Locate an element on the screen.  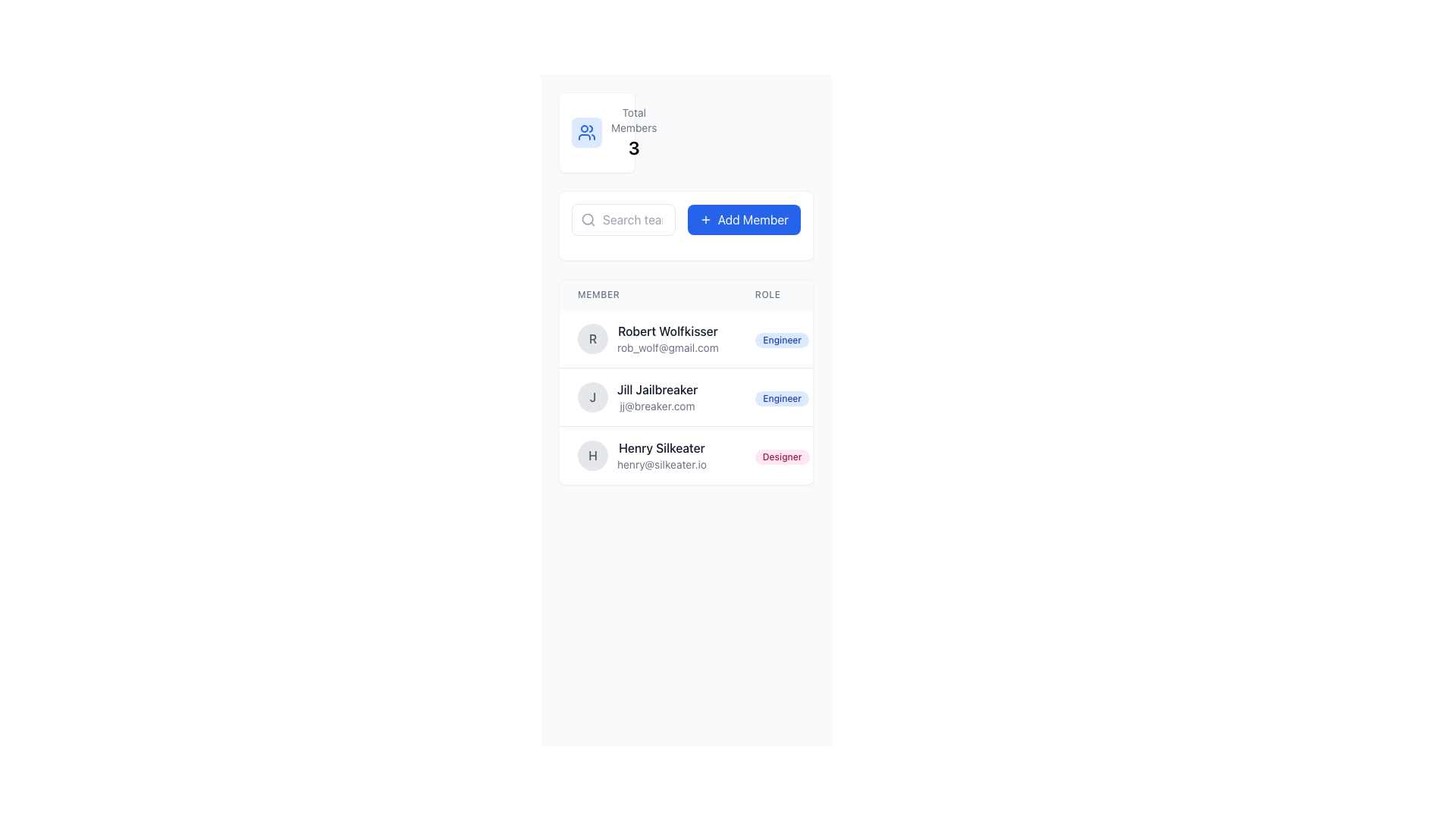
the static text element styled as an initial avatar represented by the letter 'J' for the member labeled 'Jill Jailbreaker', located within the second row of the member list is located at coordinates (592, 397).